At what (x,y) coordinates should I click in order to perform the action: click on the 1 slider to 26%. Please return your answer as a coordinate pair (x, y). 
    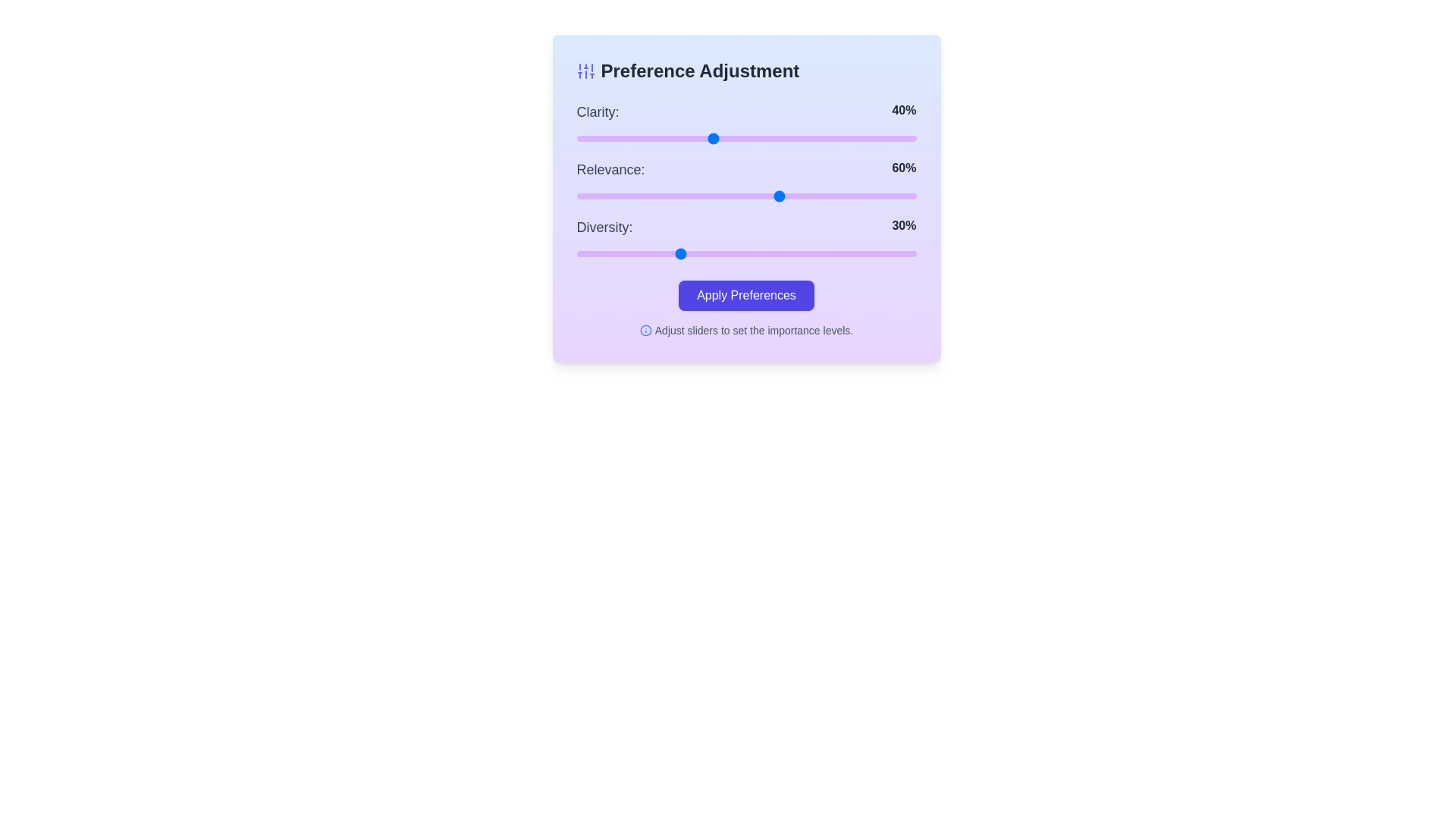
    Looking at the image, I should click on (665, 195).